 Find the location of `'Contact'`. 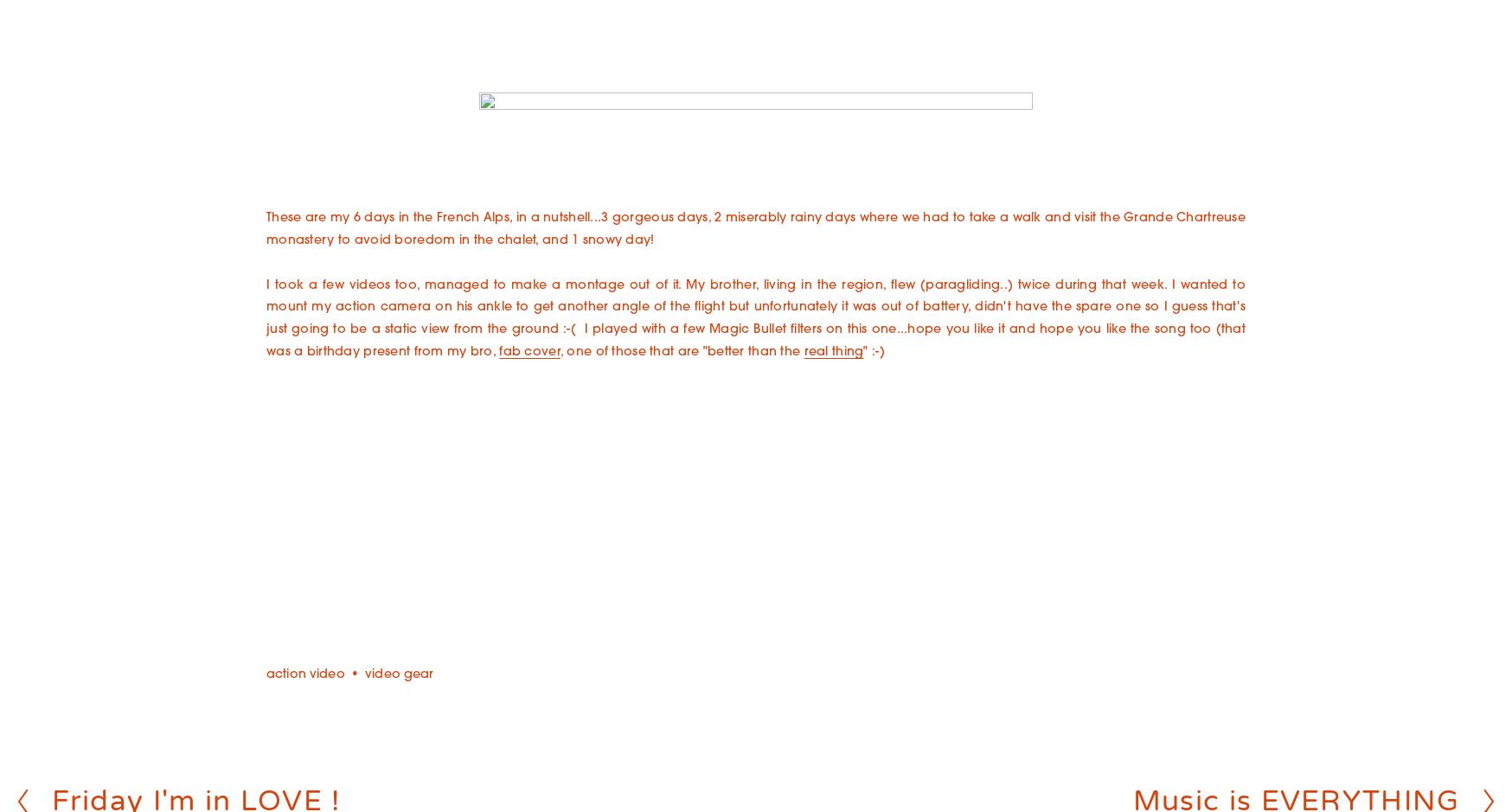

'Contact' is located at coordinates (755, 278).